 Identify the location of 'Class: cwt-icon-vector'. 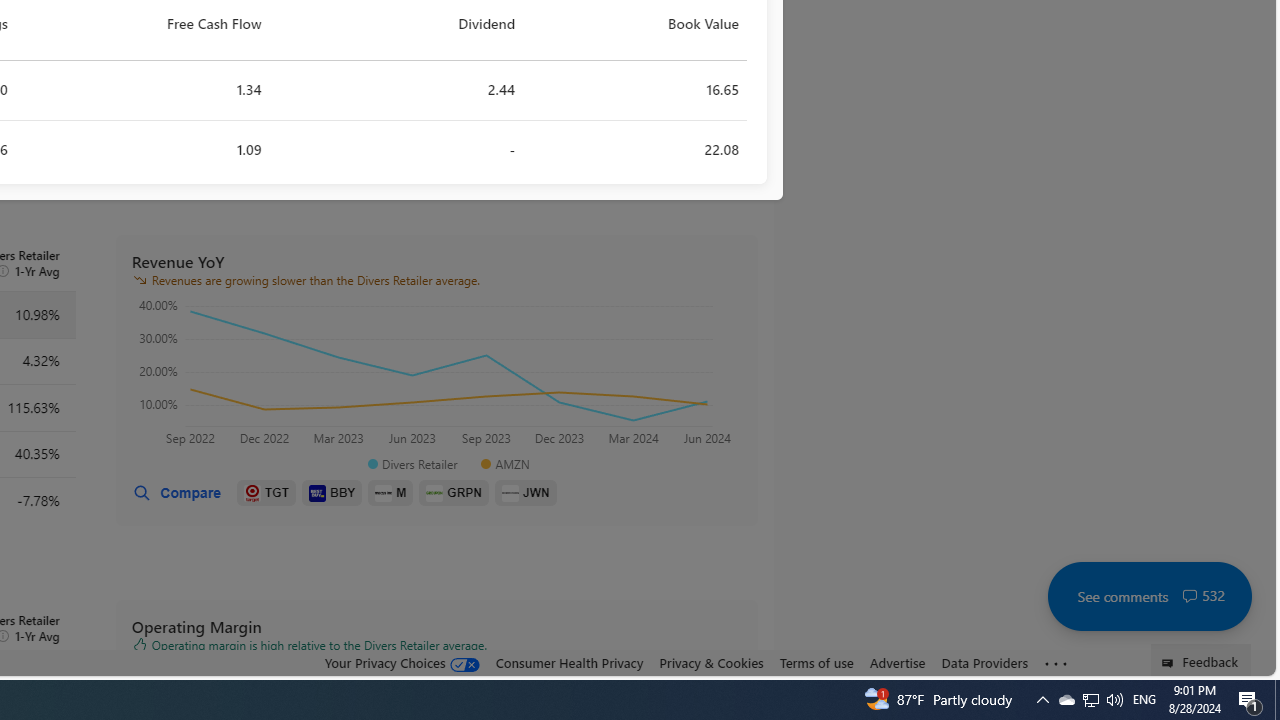
(1190, 595).